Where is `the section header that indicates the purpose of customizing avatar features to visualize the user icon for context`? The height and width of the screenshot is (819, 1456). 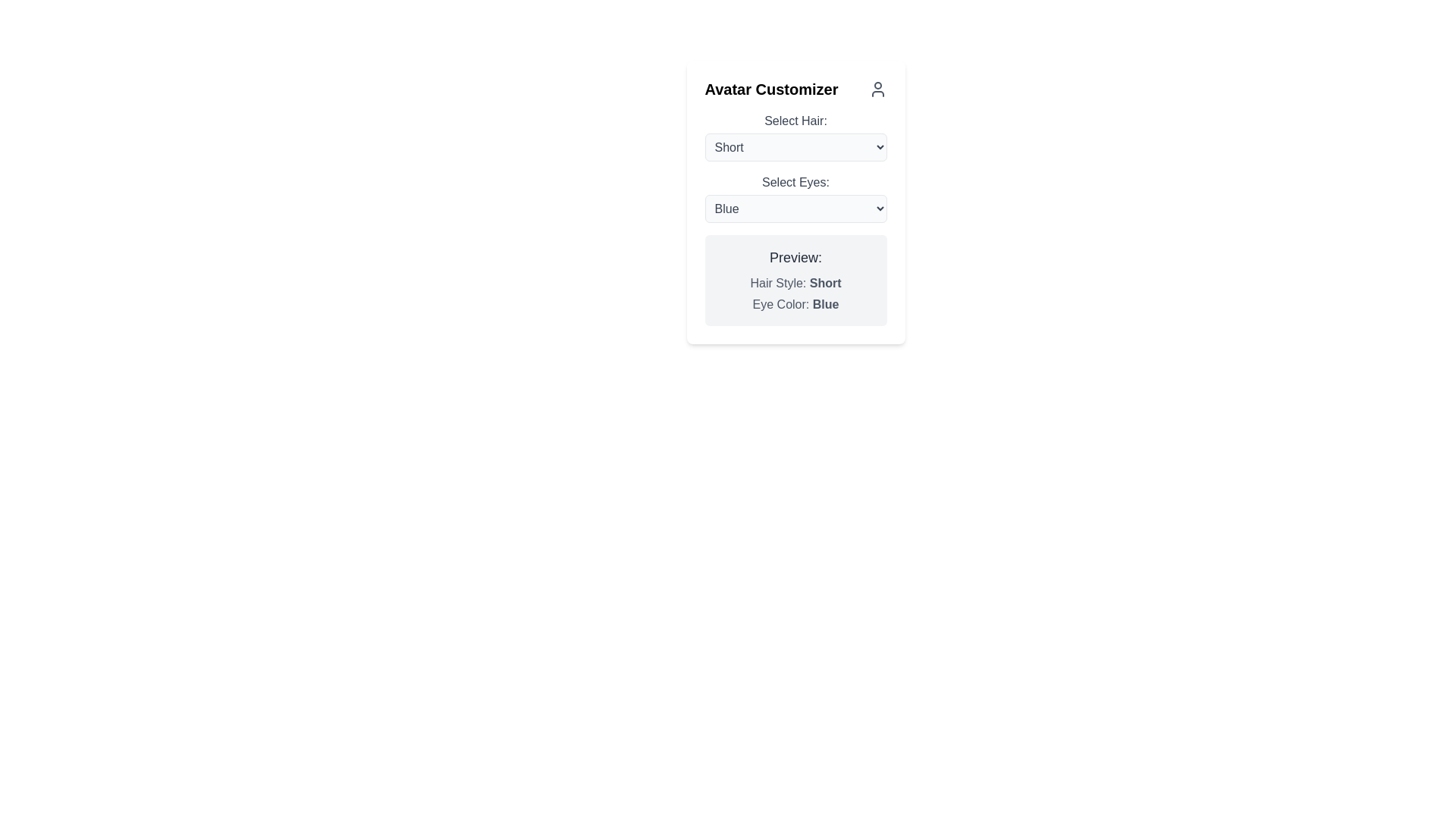
the section header that indicates the purpose of customizing avatar features to visualize the user icon for context is located at coordinates (795, 89).